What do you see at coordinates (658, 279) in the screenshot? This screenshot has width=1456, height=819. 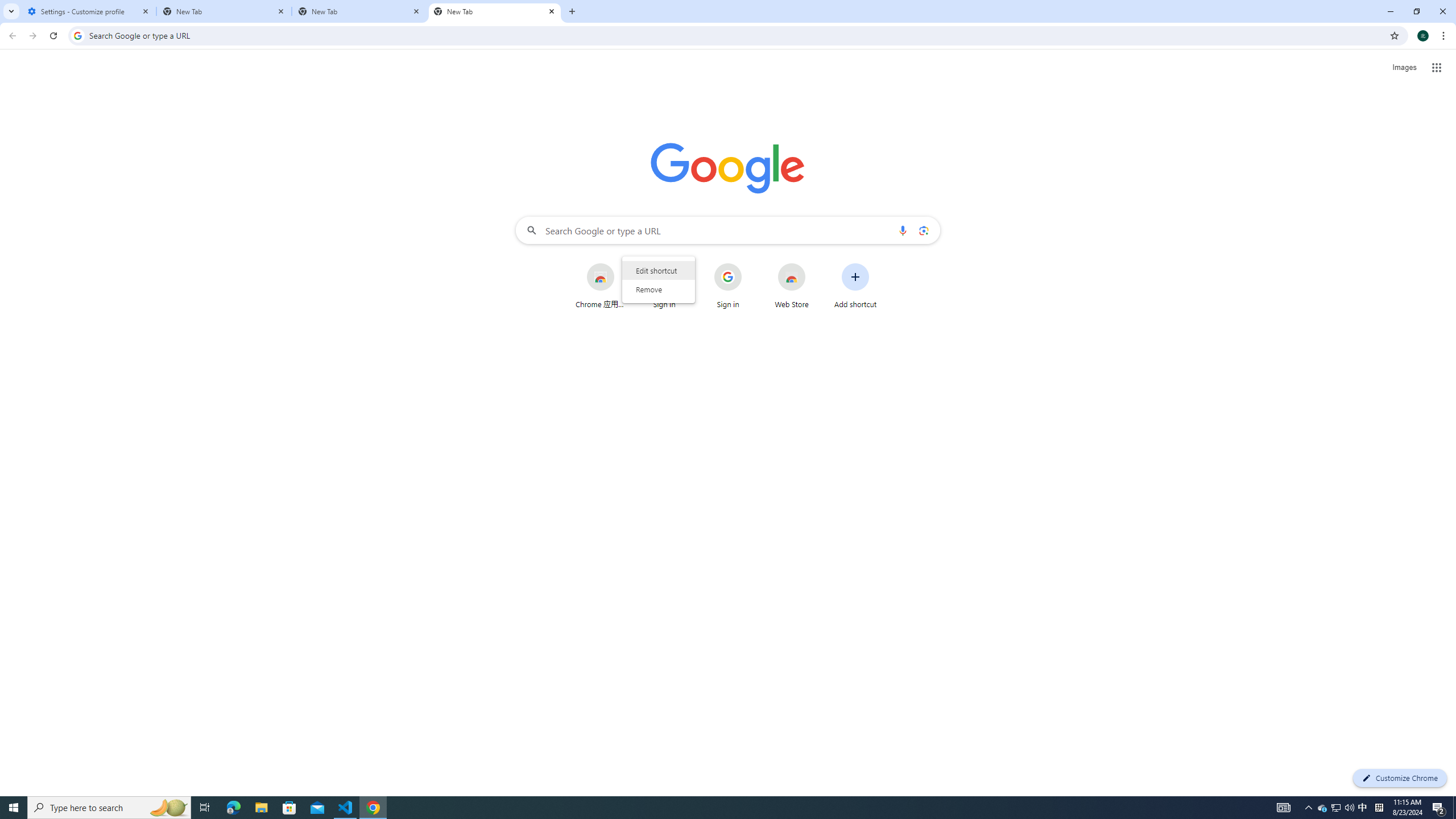 I see `'AutomationID: wrapper'` at bounding box center [658, 279].